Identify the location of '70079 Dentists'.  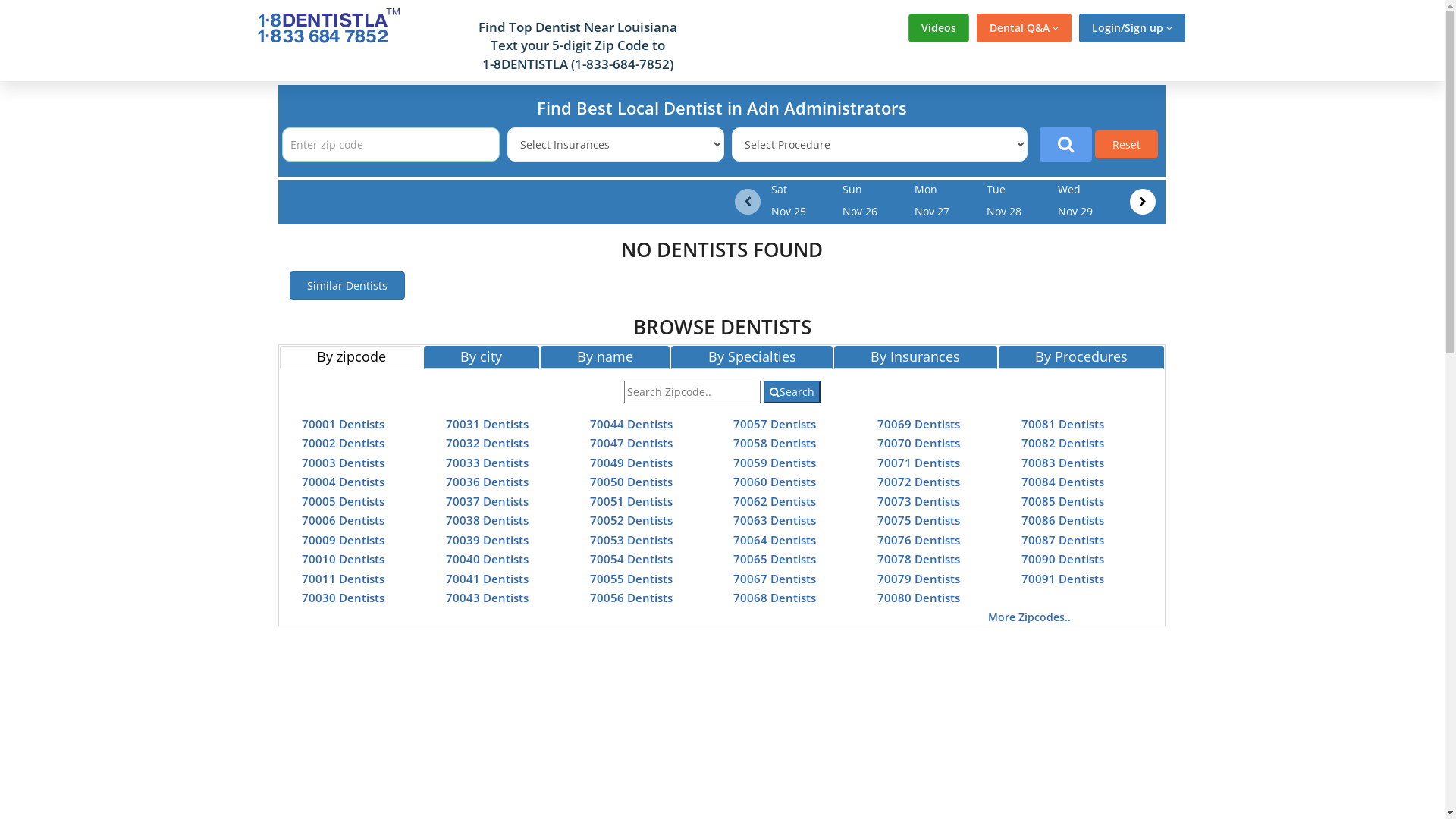
(877, 578).